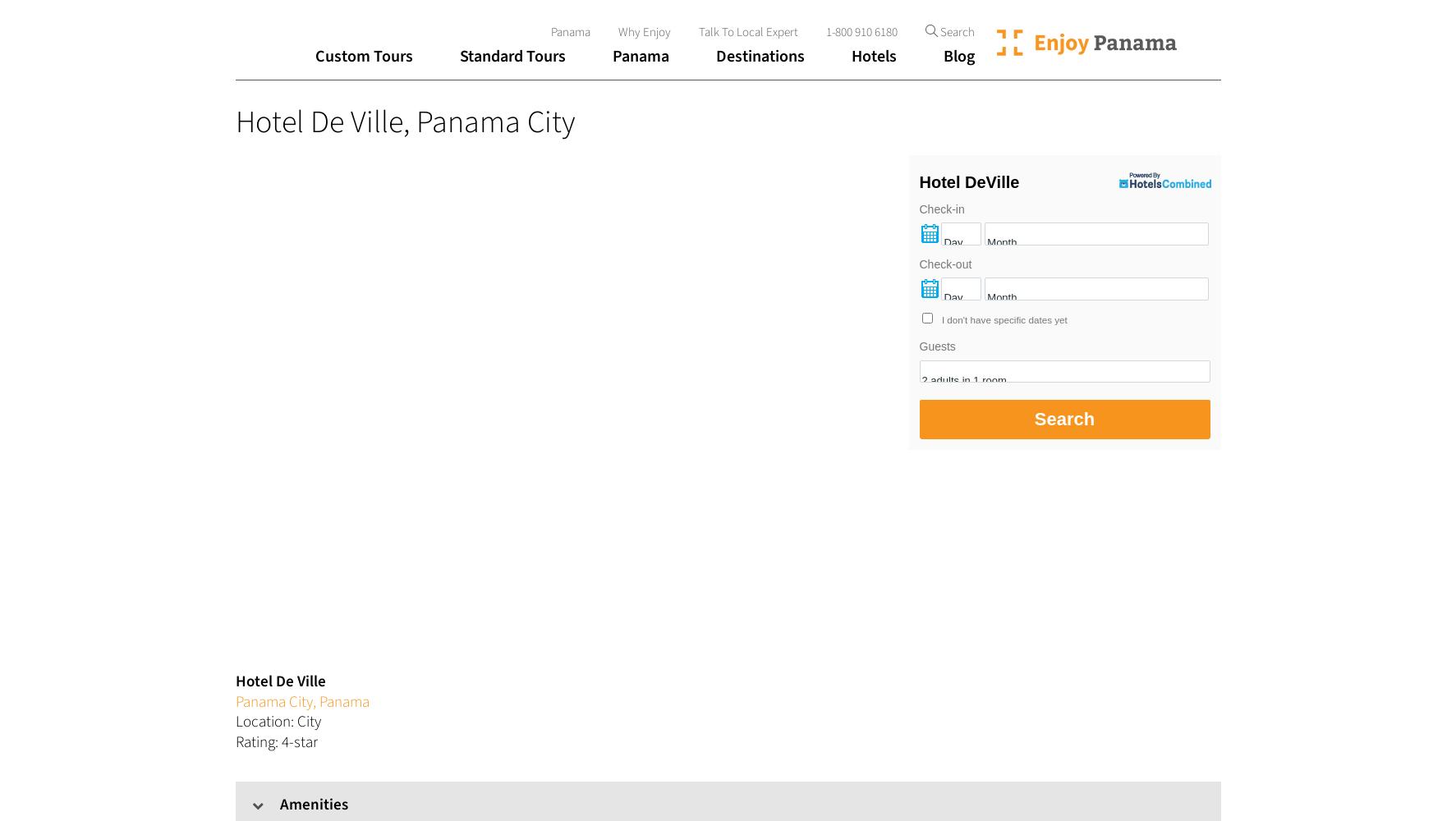  I want to click on 'Standard Tours', so click(511, 56).